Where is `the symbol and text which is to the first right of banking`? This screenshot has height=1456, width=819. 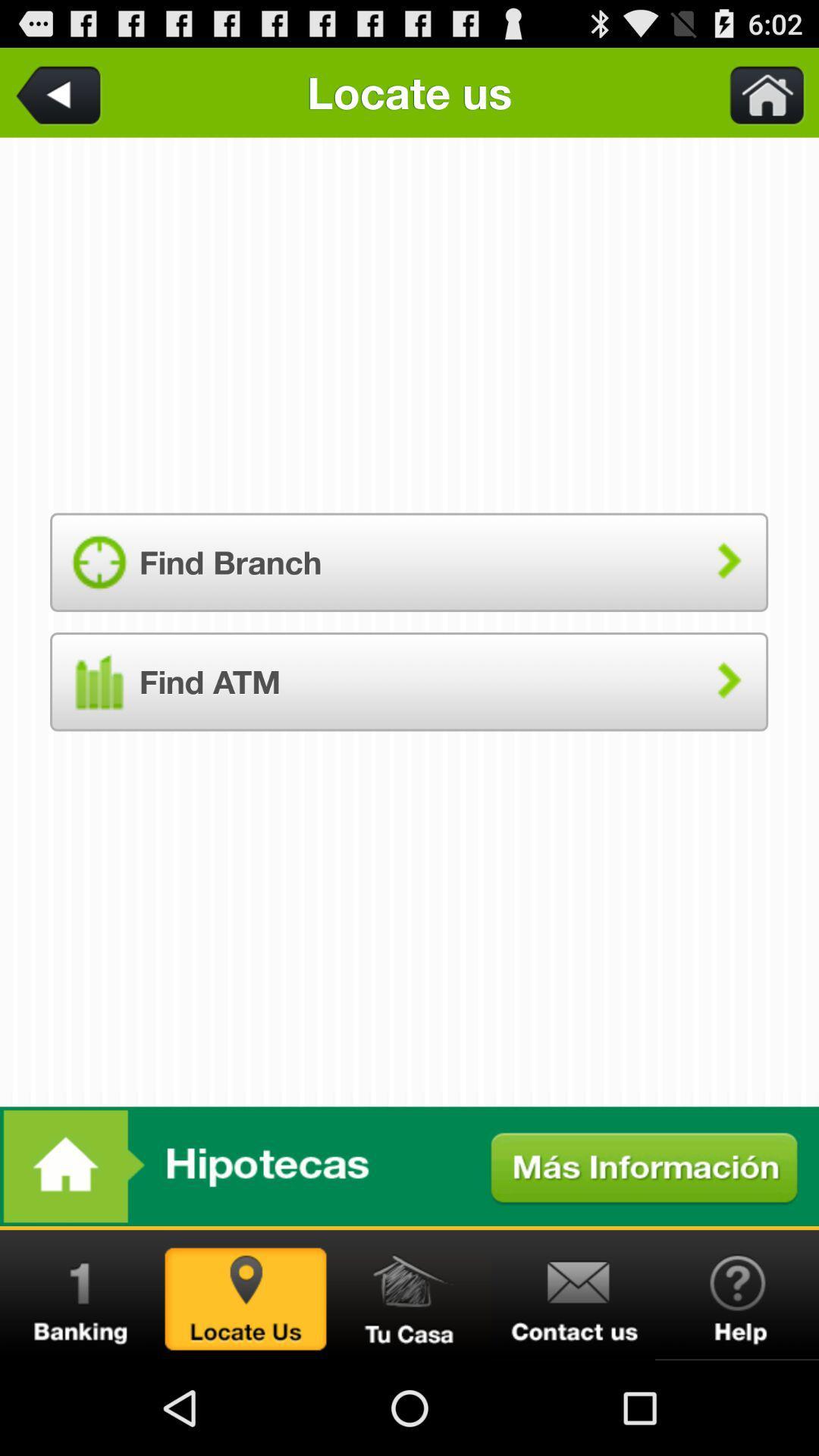
the symbol and text which is to the first right of banking is located at coordinates (245, 1294).